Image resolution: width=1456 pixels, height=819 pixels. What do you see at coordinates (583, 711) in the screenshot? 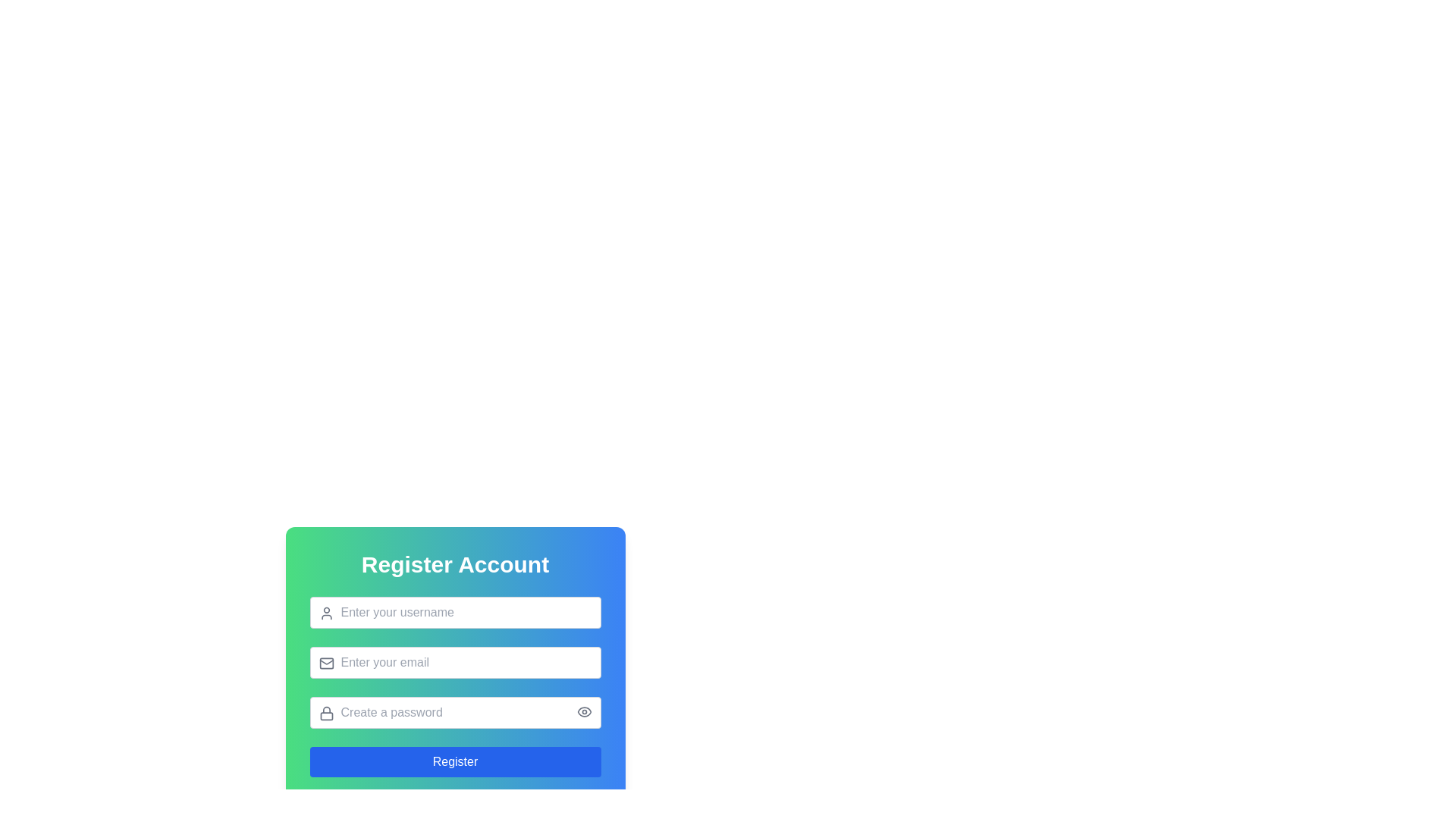
I see `the outer component of the eye-shaped icon located in the password input field of the registration form` at bounding box center [583, 711].